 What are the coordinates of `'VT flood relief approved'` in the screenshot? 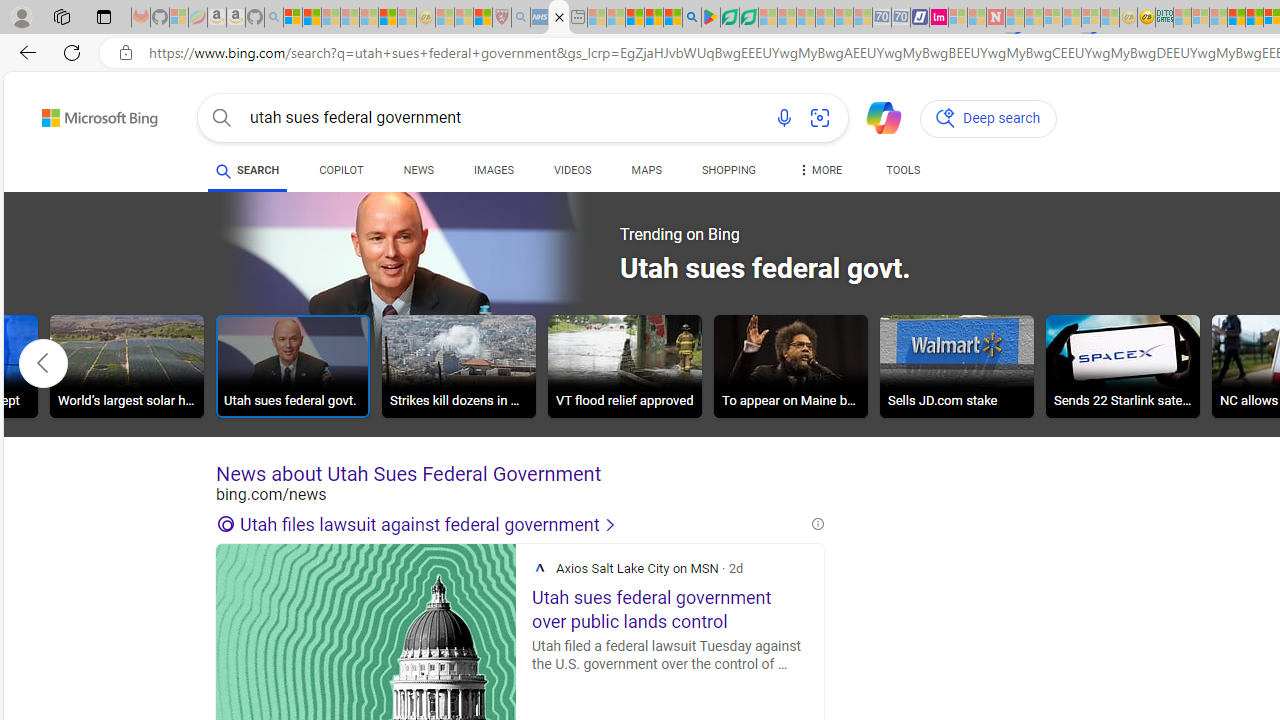 It's located at (623, 366).